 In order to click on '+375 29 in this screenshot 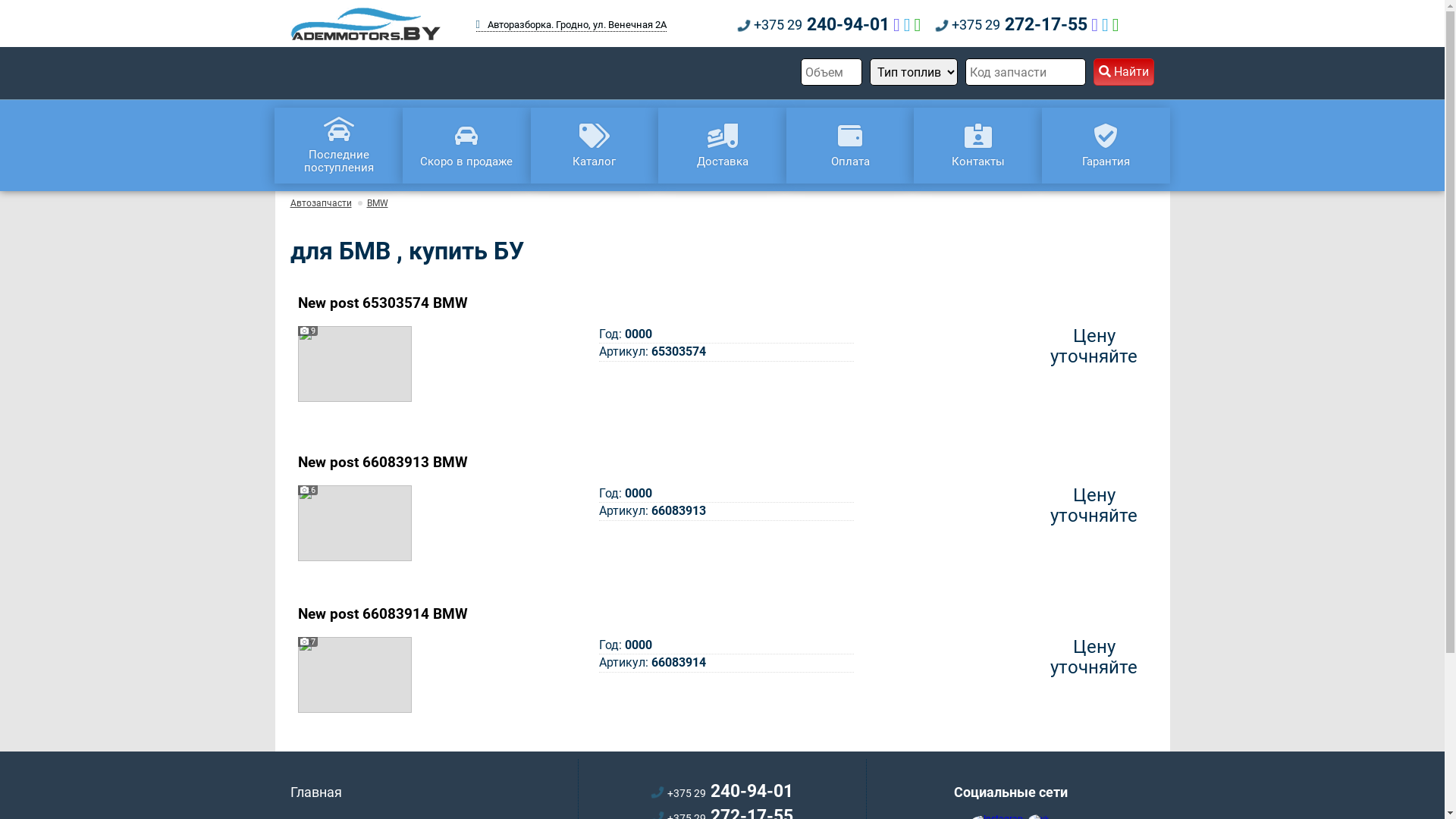, I will do `click(738, 25)`.